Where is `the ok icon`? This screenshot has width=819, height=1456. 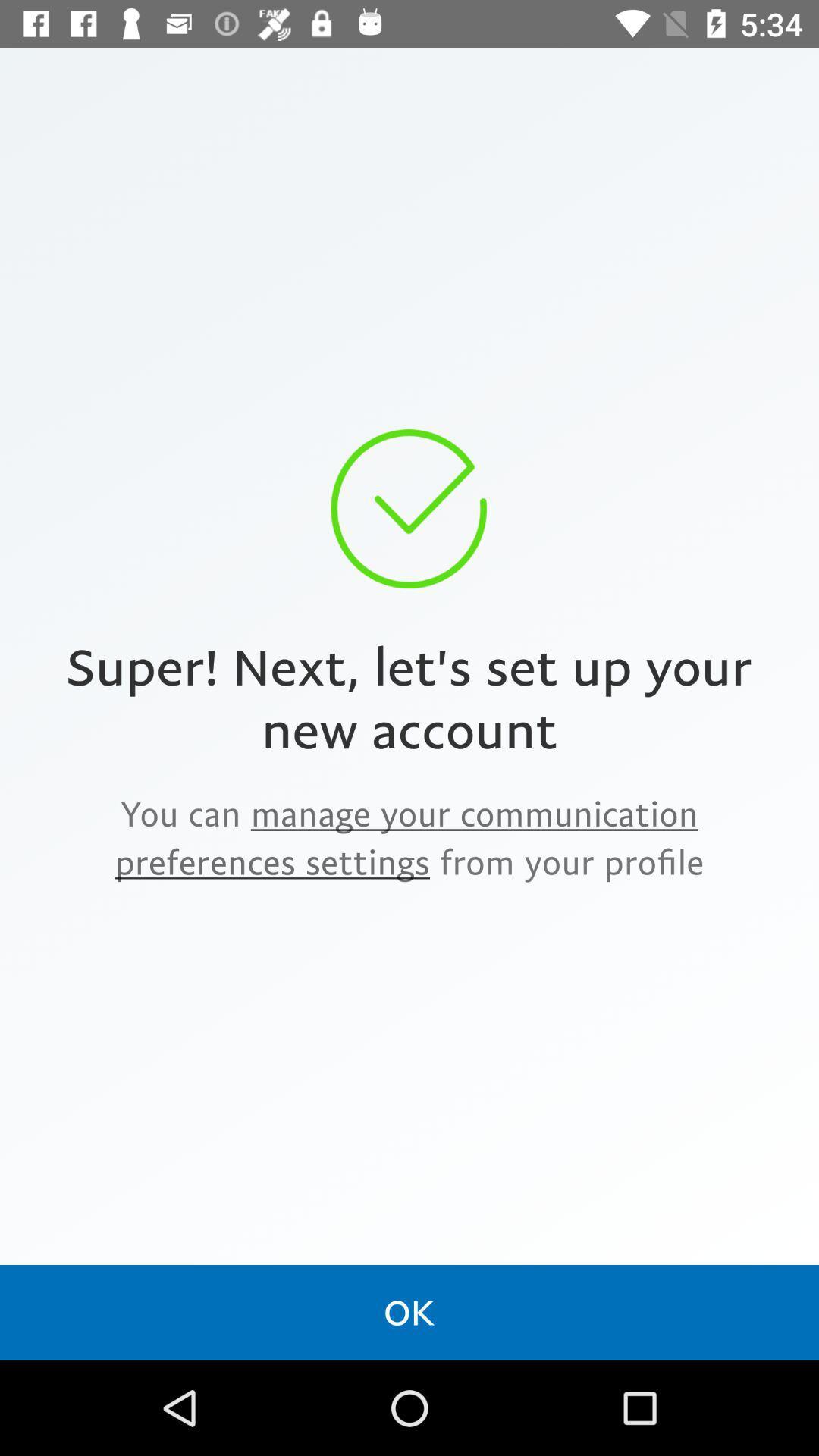
the ok icon is located at coordinates (409, 1312).